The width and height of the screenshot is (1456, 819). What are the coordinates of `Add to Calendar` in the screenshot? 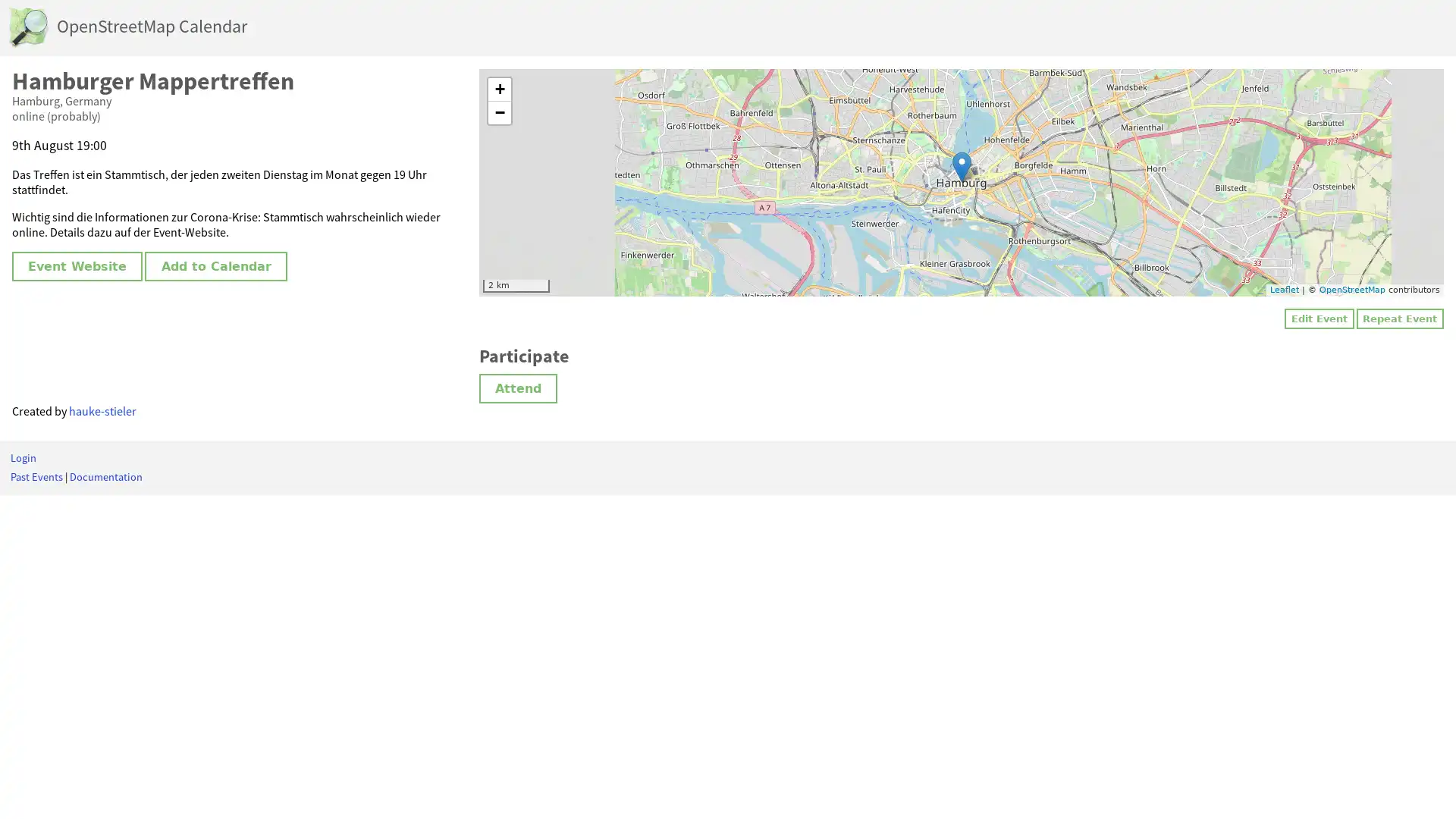 It's located at (215, 265).